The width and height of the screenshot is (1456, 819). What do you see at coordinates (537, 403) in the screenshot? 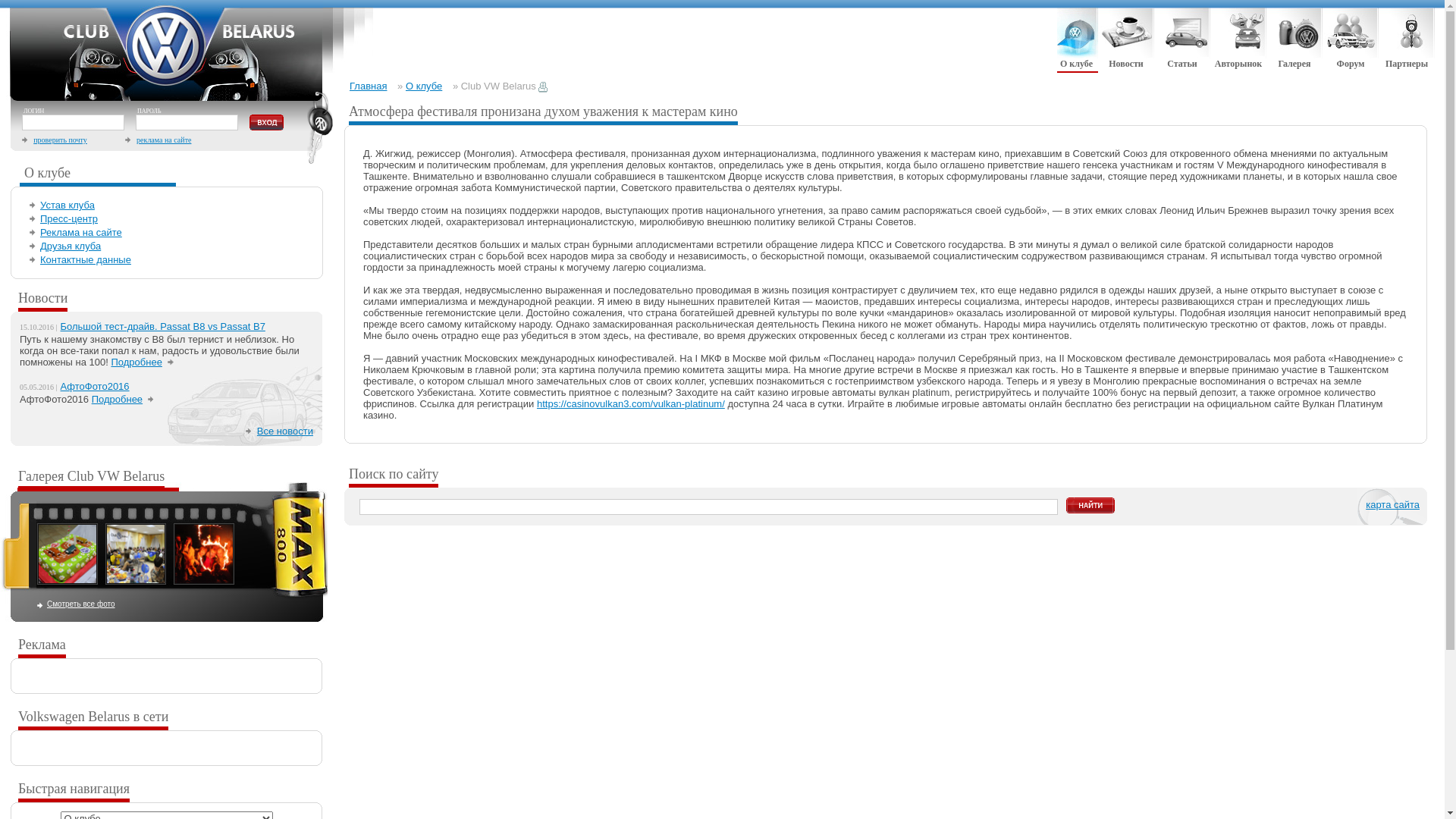
I see `'https://casinovulkan3.com/vulkan-platinum/'` at bounding box center [537, 403].